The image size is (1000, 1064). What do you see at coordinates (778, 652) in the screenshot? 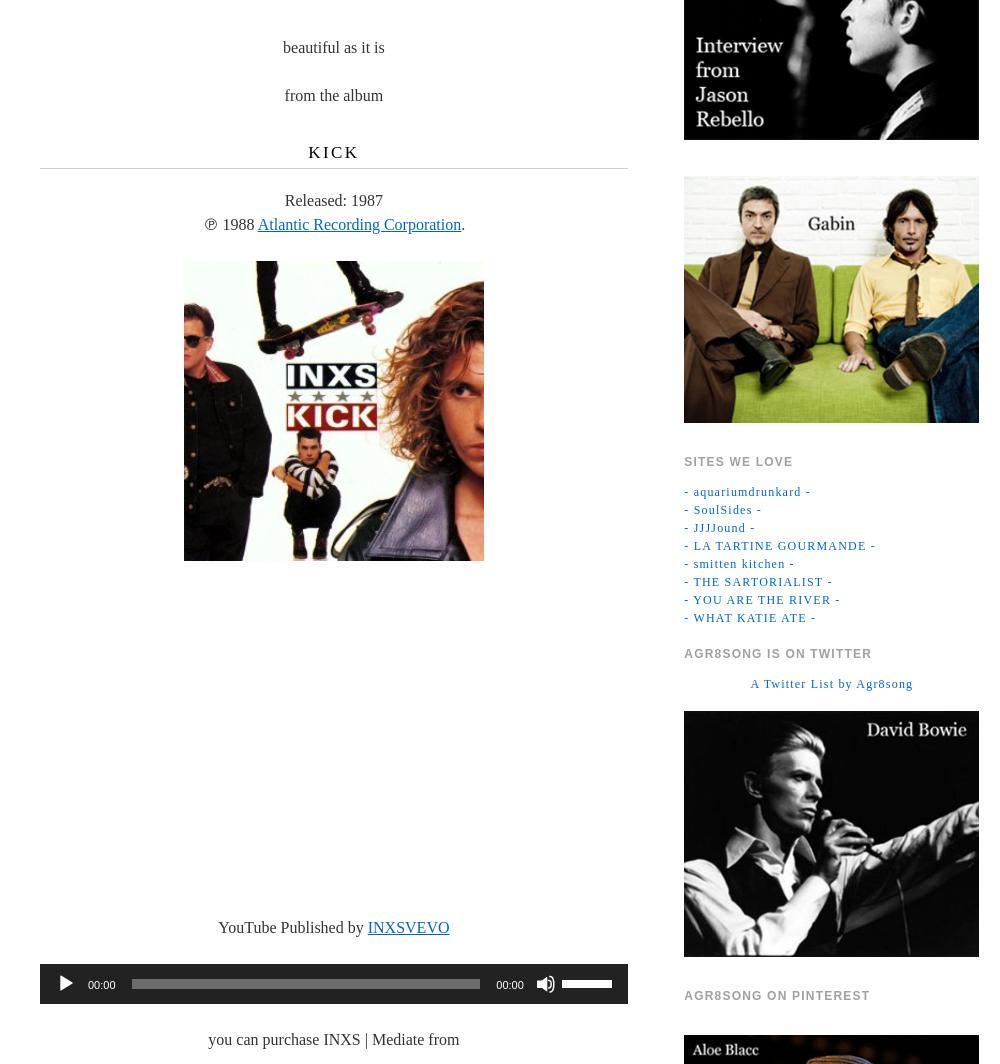
I see `'Agr8song is on twitter'` at bounding box center [778, 652].